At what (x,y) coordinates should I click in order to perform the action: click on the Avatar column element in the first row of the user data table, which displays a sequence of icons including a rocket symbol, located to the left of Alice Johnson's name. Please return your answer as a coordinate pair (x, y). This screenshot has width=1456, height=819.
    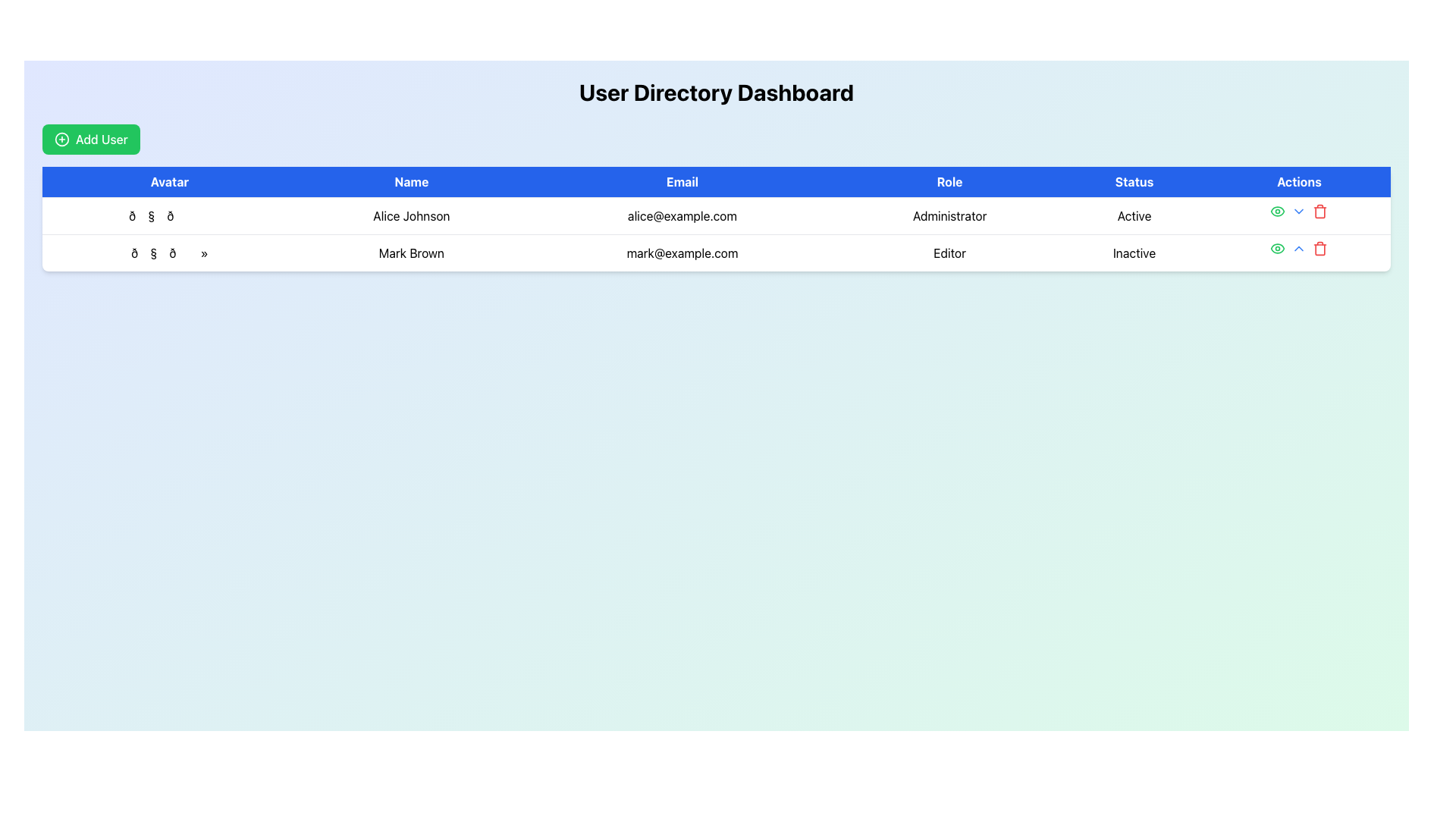
    Looking at the image, I should click on (169, 216).